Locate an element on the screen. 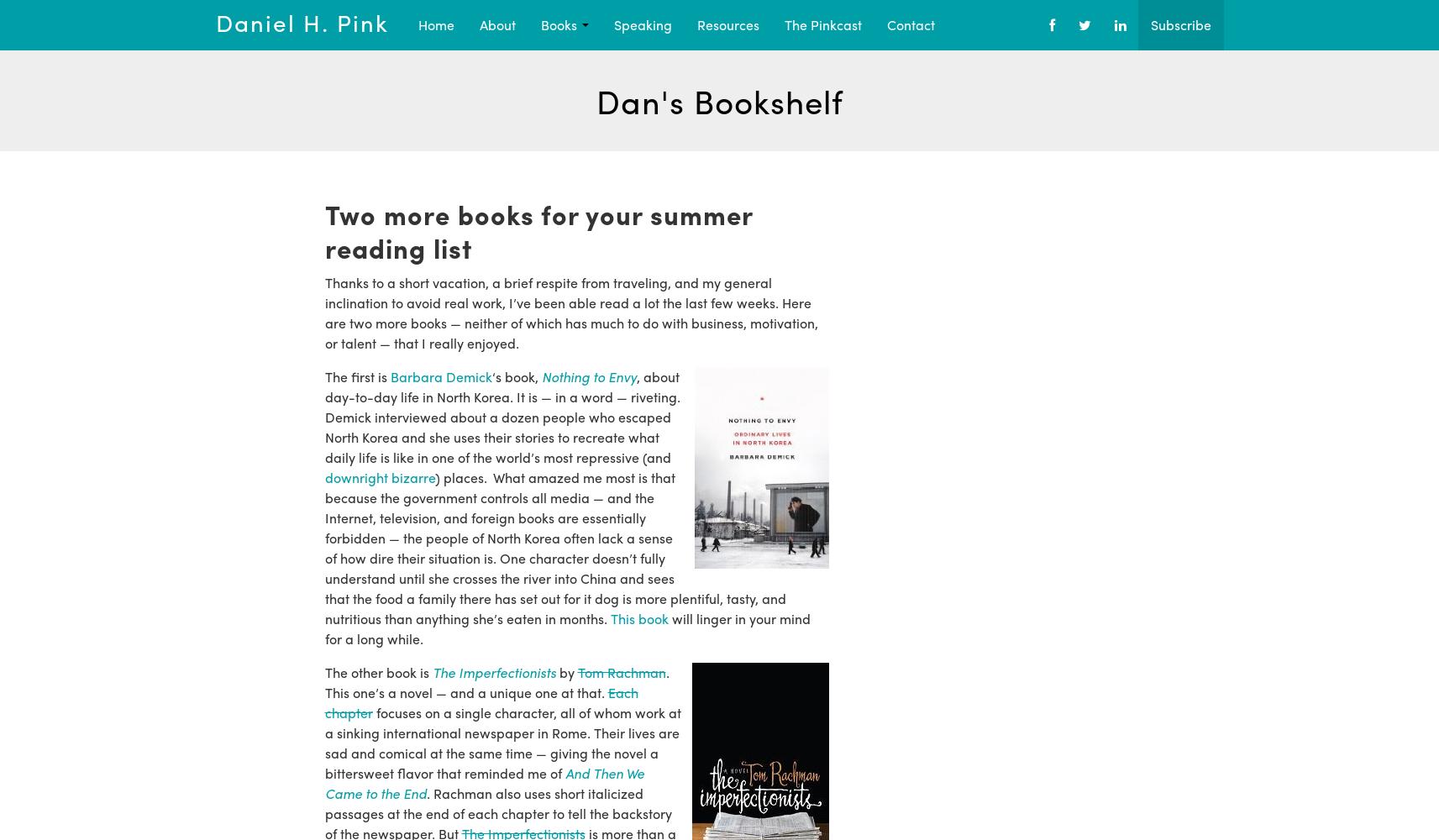 Image resolution: width=1439 pixels, height=840 pixels. 'Apple Books' is located at coordinates (759, 106).